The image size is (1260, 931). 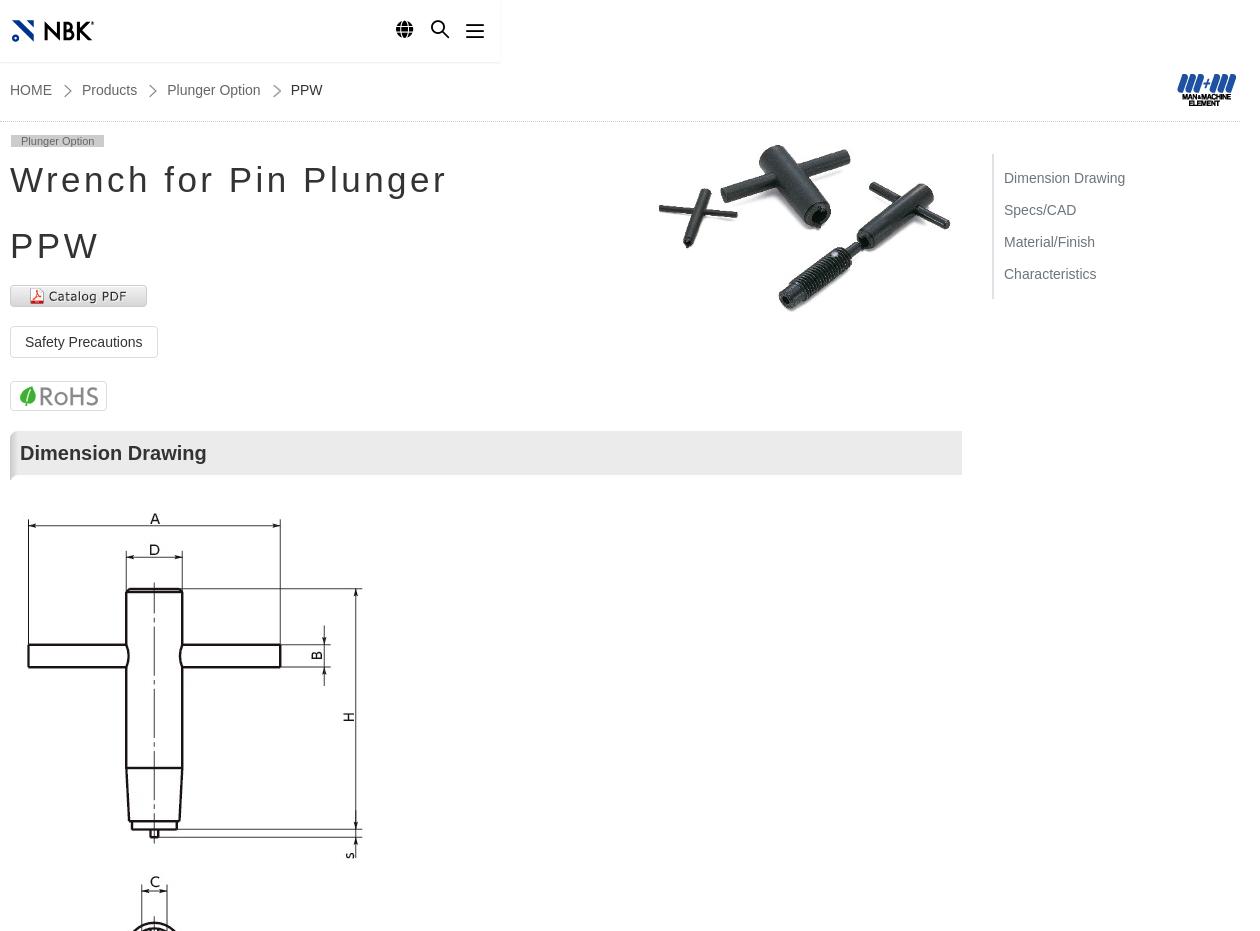 I want to click on 'HOME', so click(x=30, y=90).